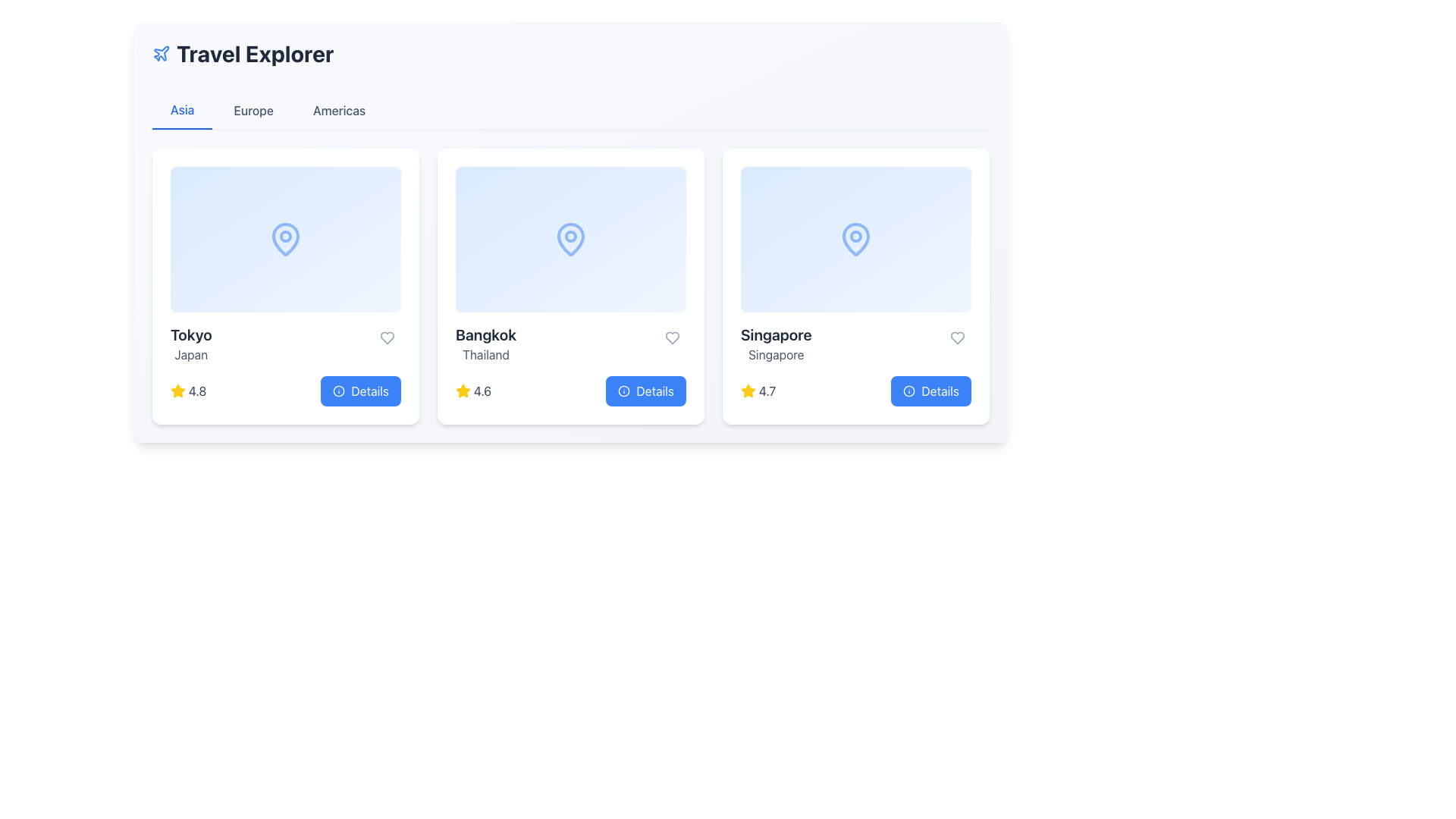 This screenshot has height=819, width=1456. What do you see at coordinates (462, 390) in the screenshot?
I see `the five-point star icon in solid yellow, which indicates ratings or preferences, located below the text 'Bangkok' in the second card of a horizontally arranged list of three cards` at bounding box center [462, 390].